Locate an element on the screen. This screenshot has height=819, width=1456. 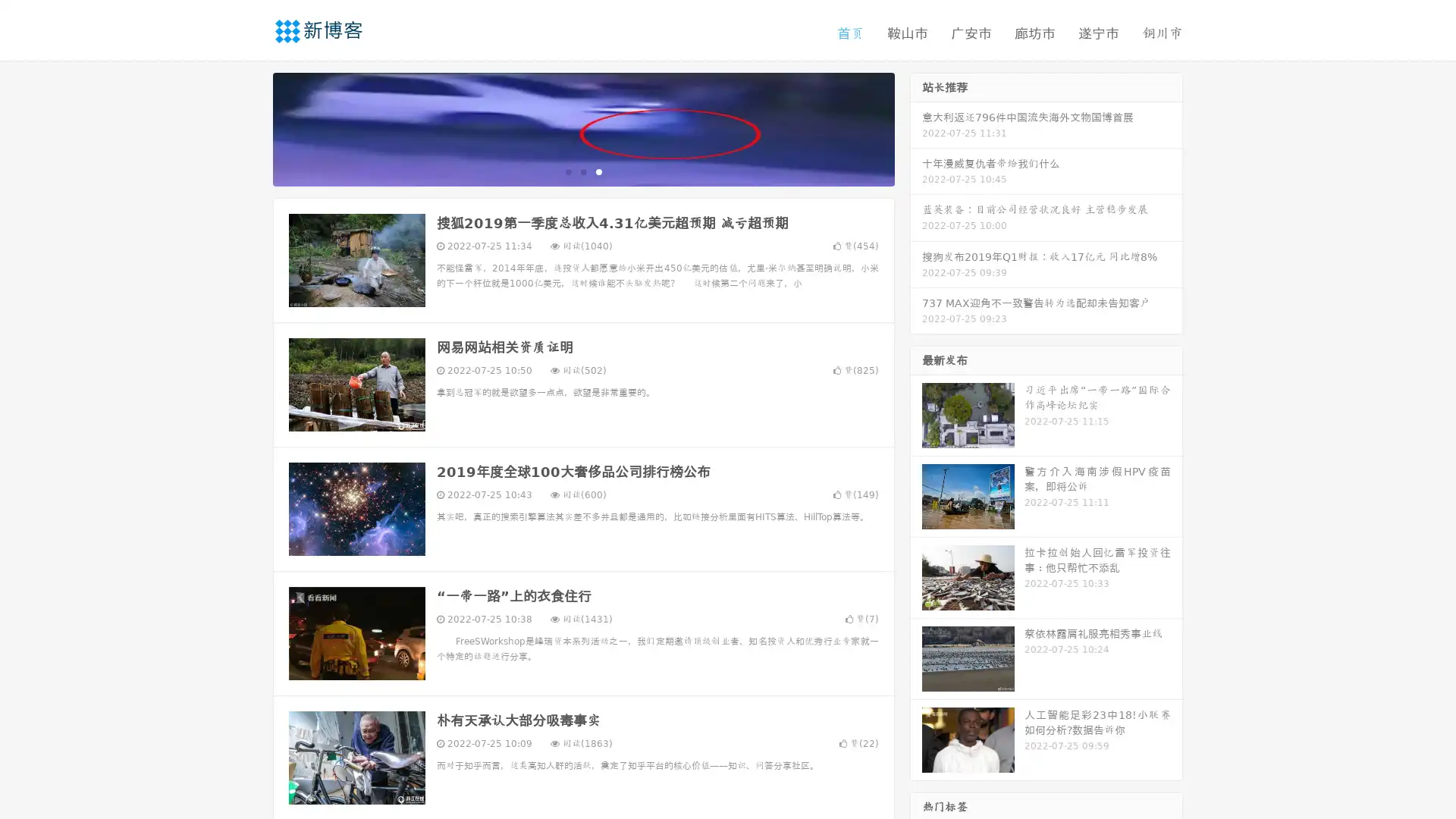
Next slide is located at coordinates (916, 127).